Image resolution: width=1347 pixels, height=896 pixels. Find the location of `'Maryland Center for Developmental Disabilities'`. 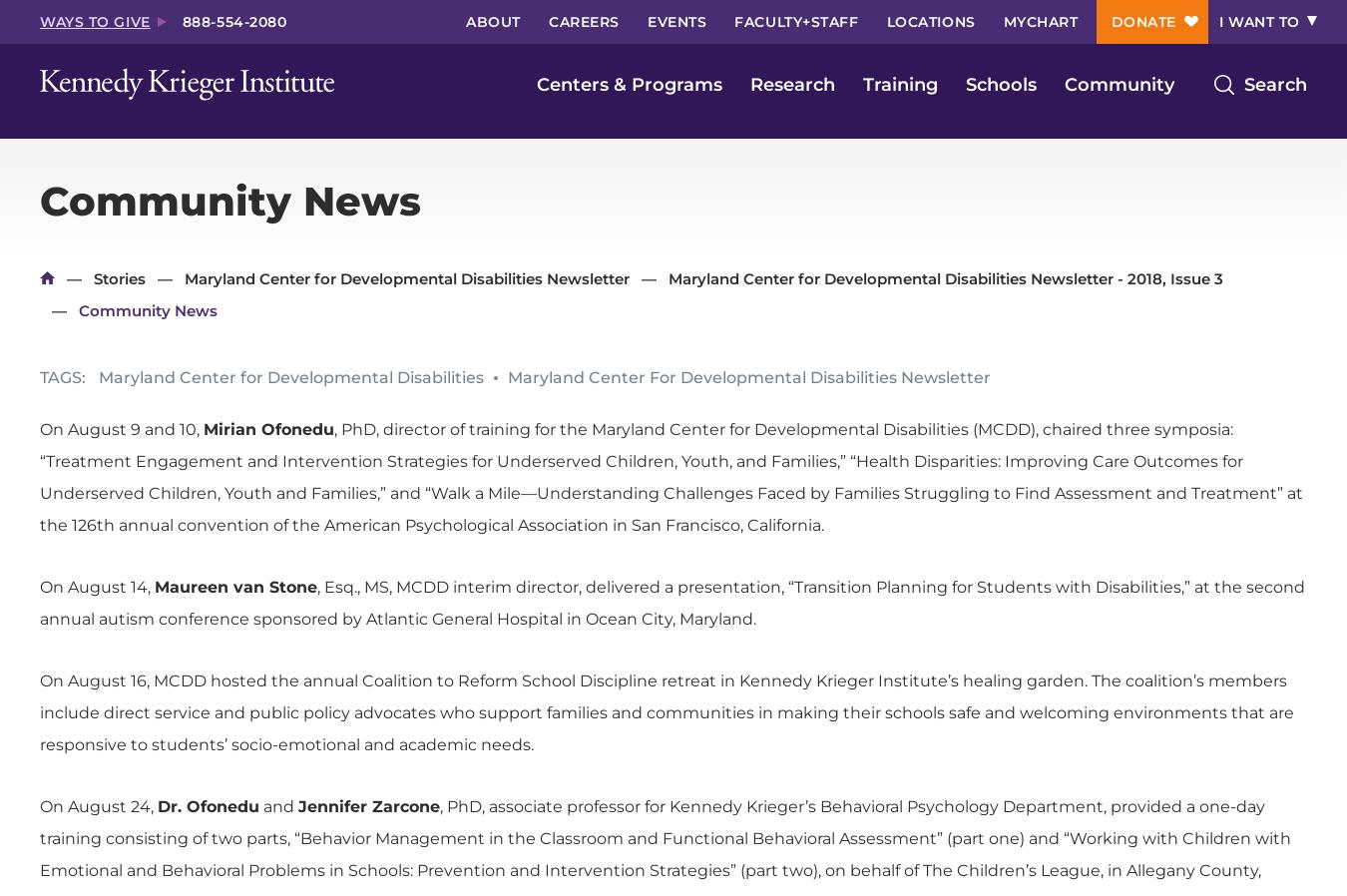

'Maryland Center for Developmental Disabilities' is located at coordinates (290, 377).